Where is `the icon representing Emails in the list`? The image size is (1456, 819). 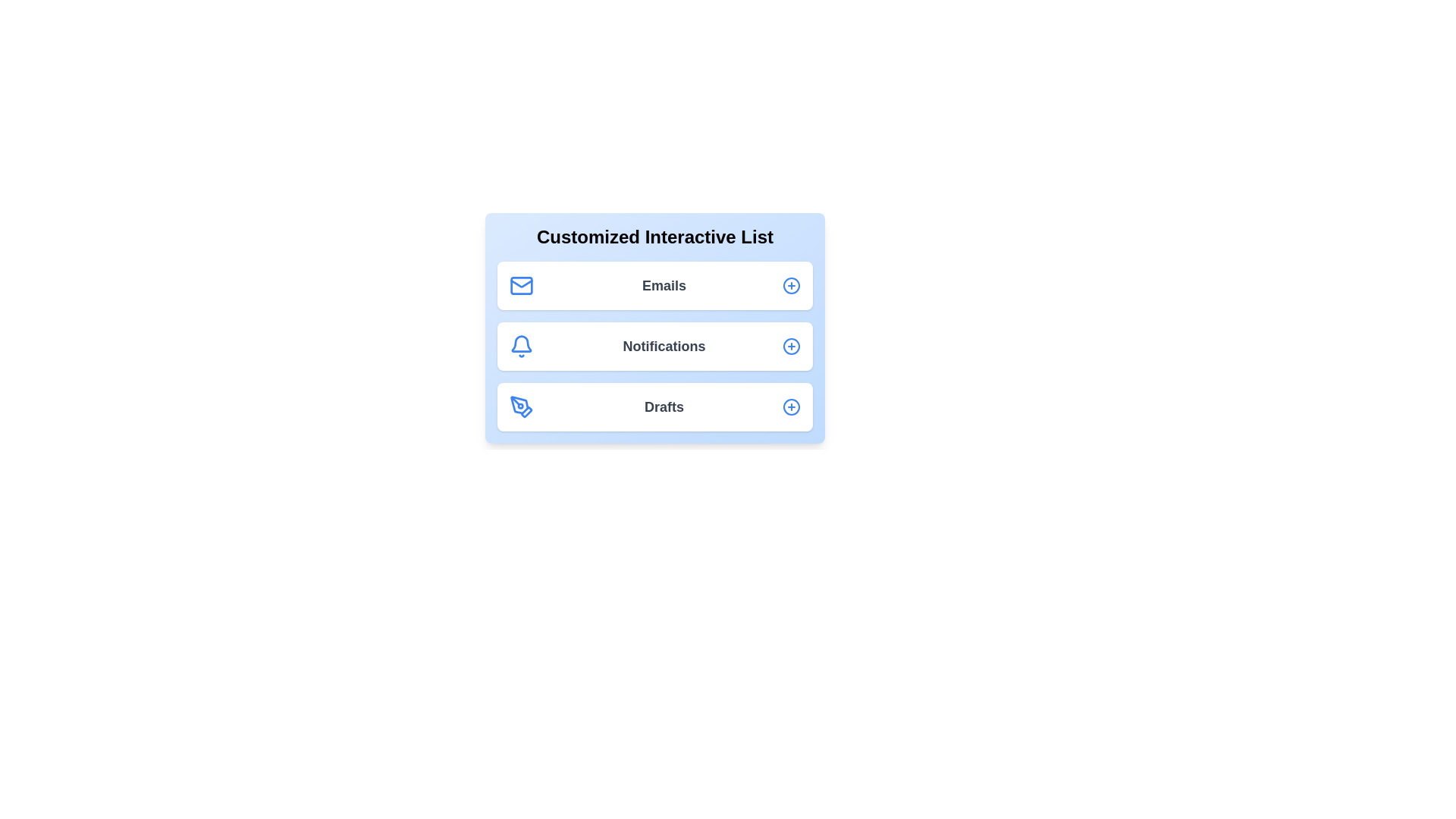
the icon representing Emails in the list is located at coordinates (521, 286).